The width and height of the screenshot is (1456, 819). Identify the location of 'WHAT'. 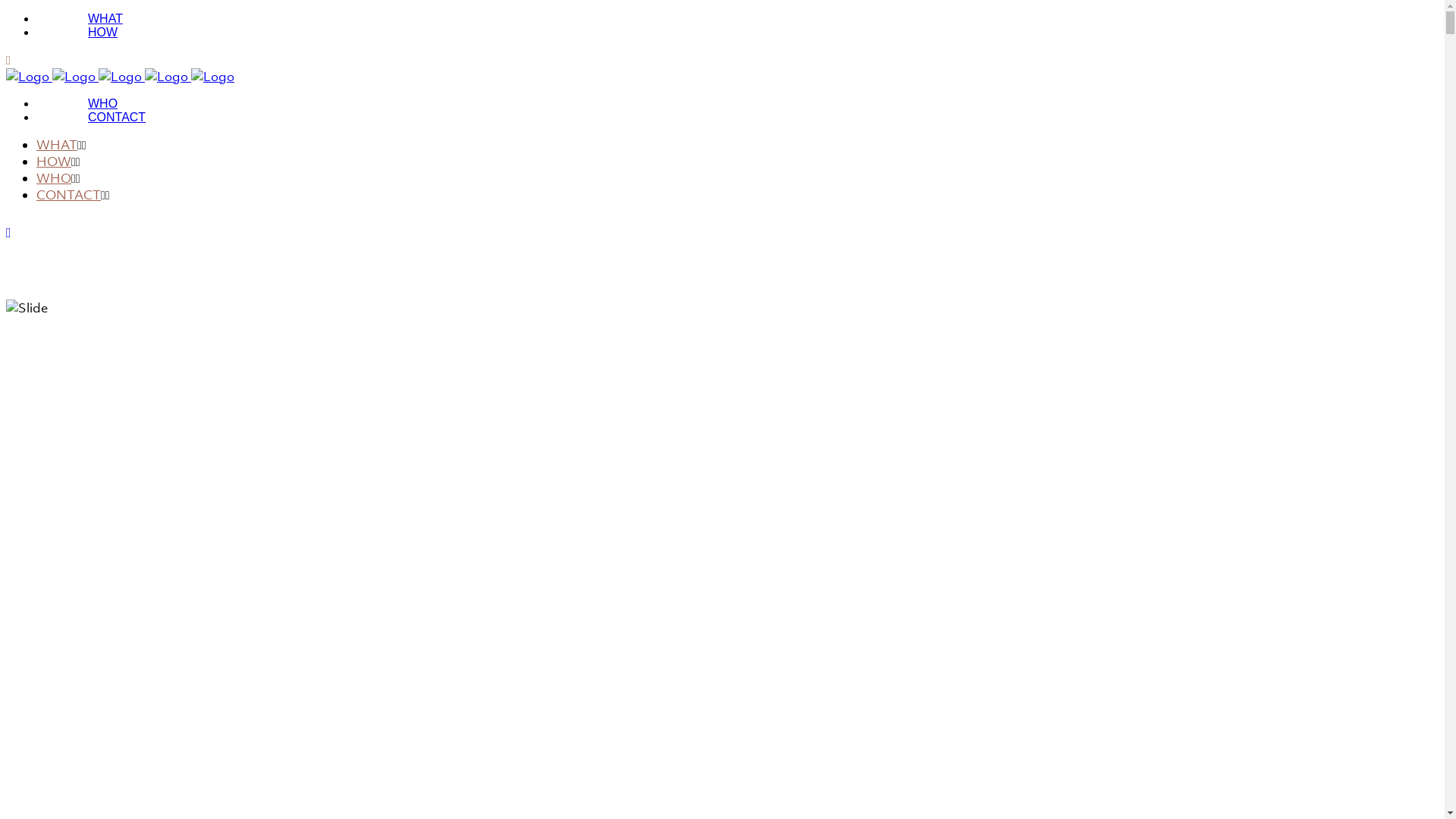
(105, 18).